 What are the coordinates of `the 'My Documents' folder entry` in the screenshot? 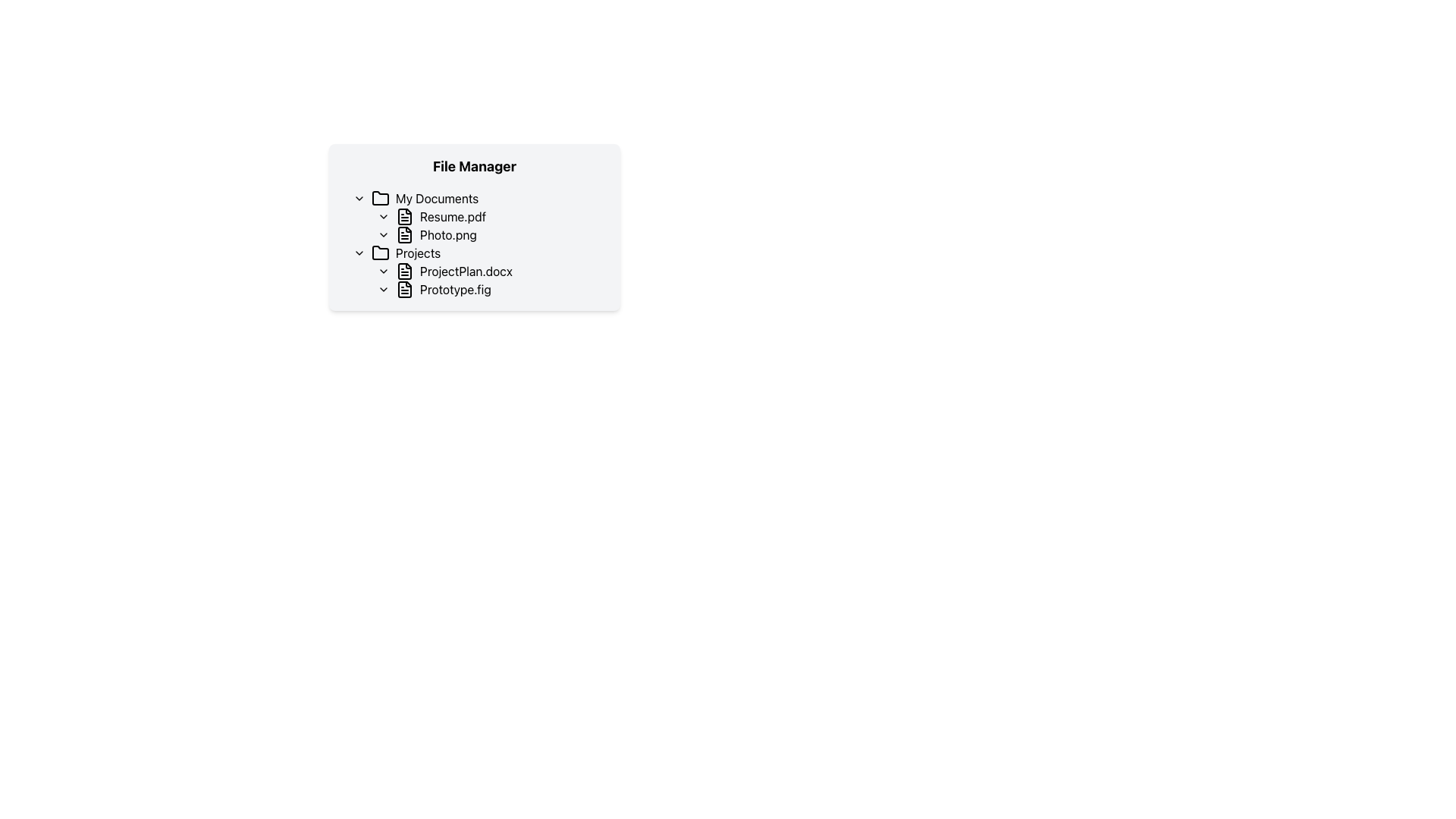 It's located at (479, 198).